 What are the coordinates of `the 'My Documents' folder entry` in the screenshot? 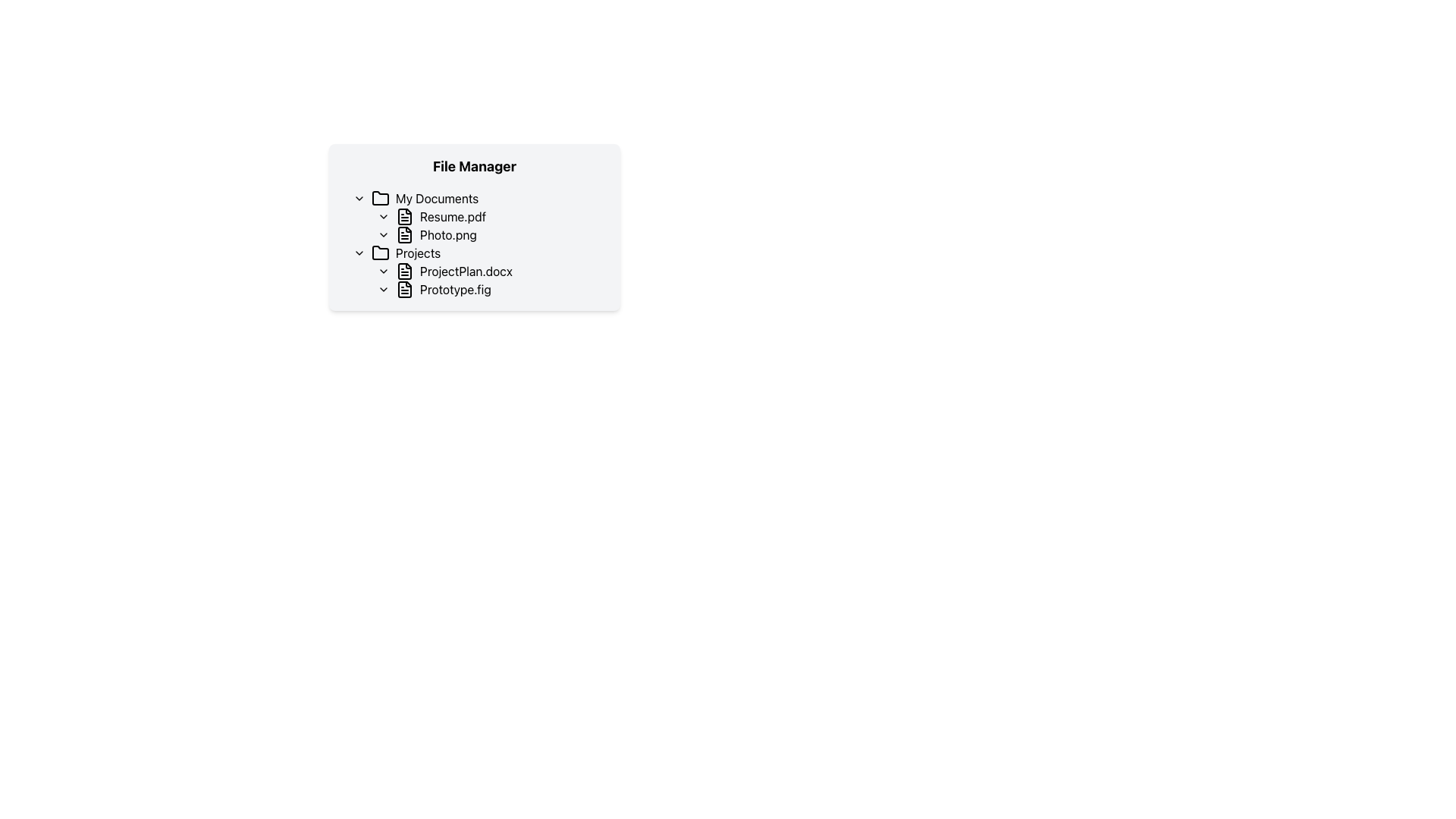 It's located at (479, 198).